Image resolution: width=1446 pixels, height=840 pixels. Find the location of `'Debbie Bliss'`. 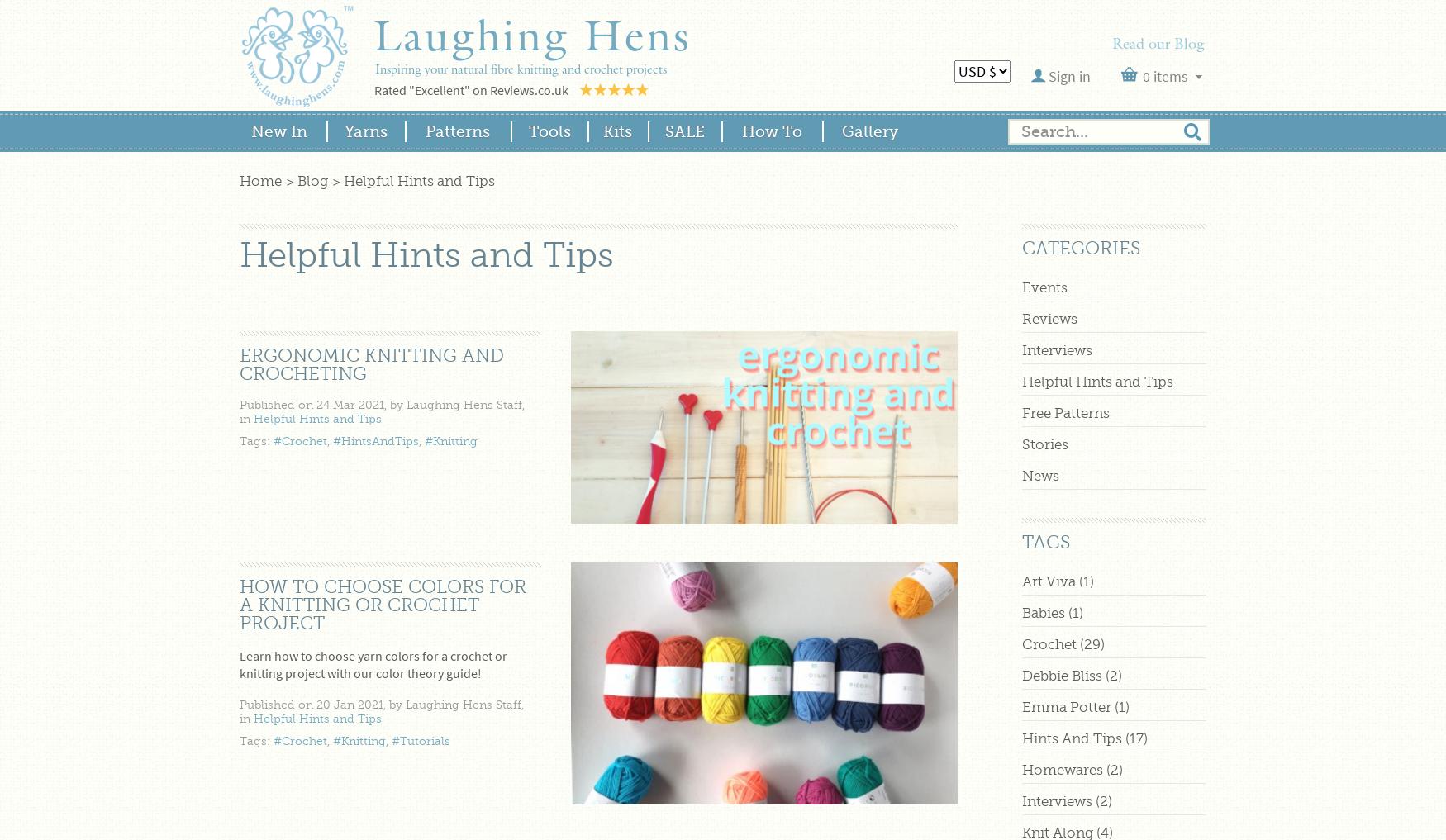

'Debbie Bliss' is located at coordinates (1061, 675).